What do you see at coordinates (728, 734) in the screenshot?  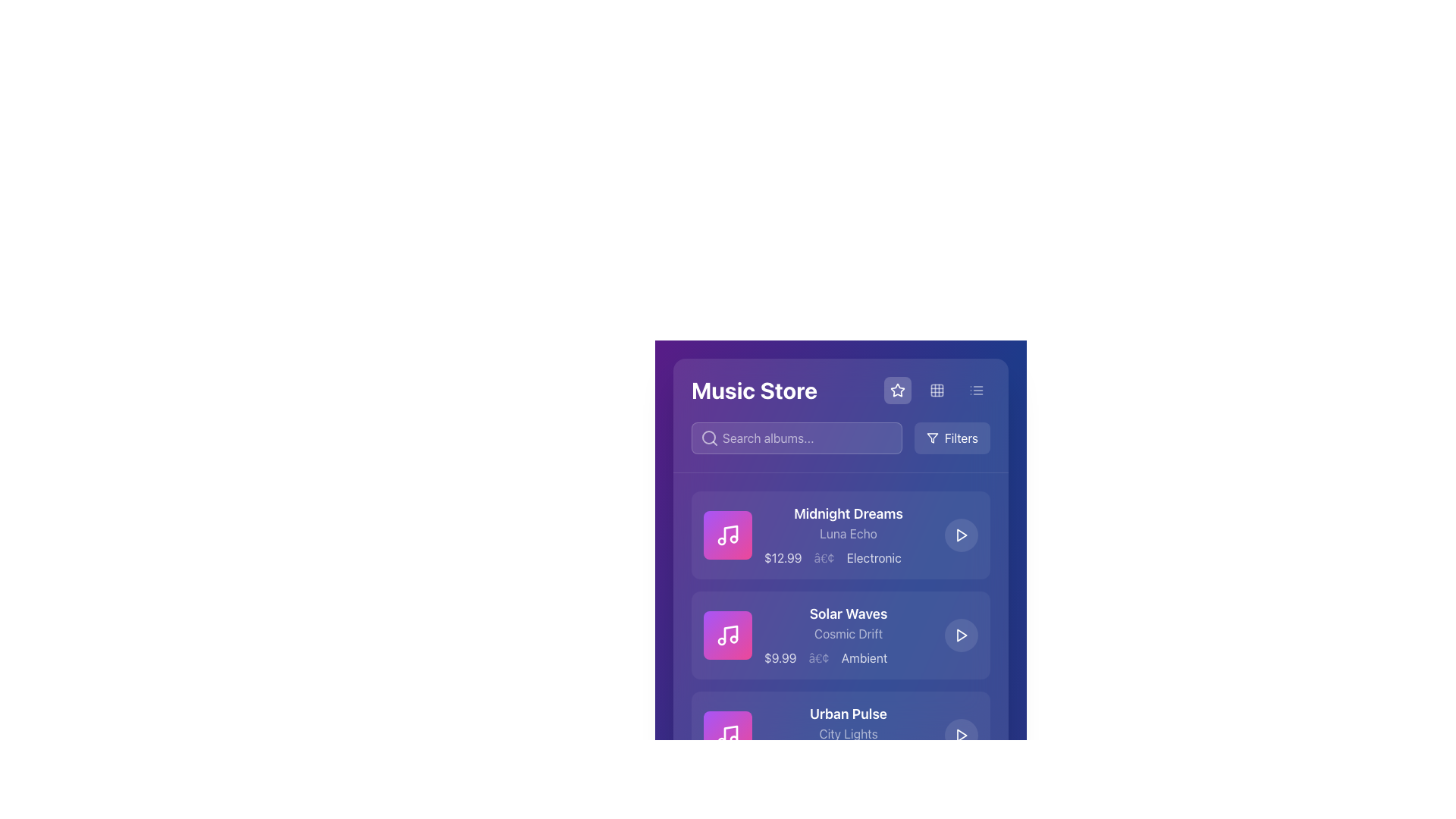 I see `the third music icon from the top in the Music Store interface, which visually represents audio content for the album 'Urban Pulse'` at bounding box center [728, 734].